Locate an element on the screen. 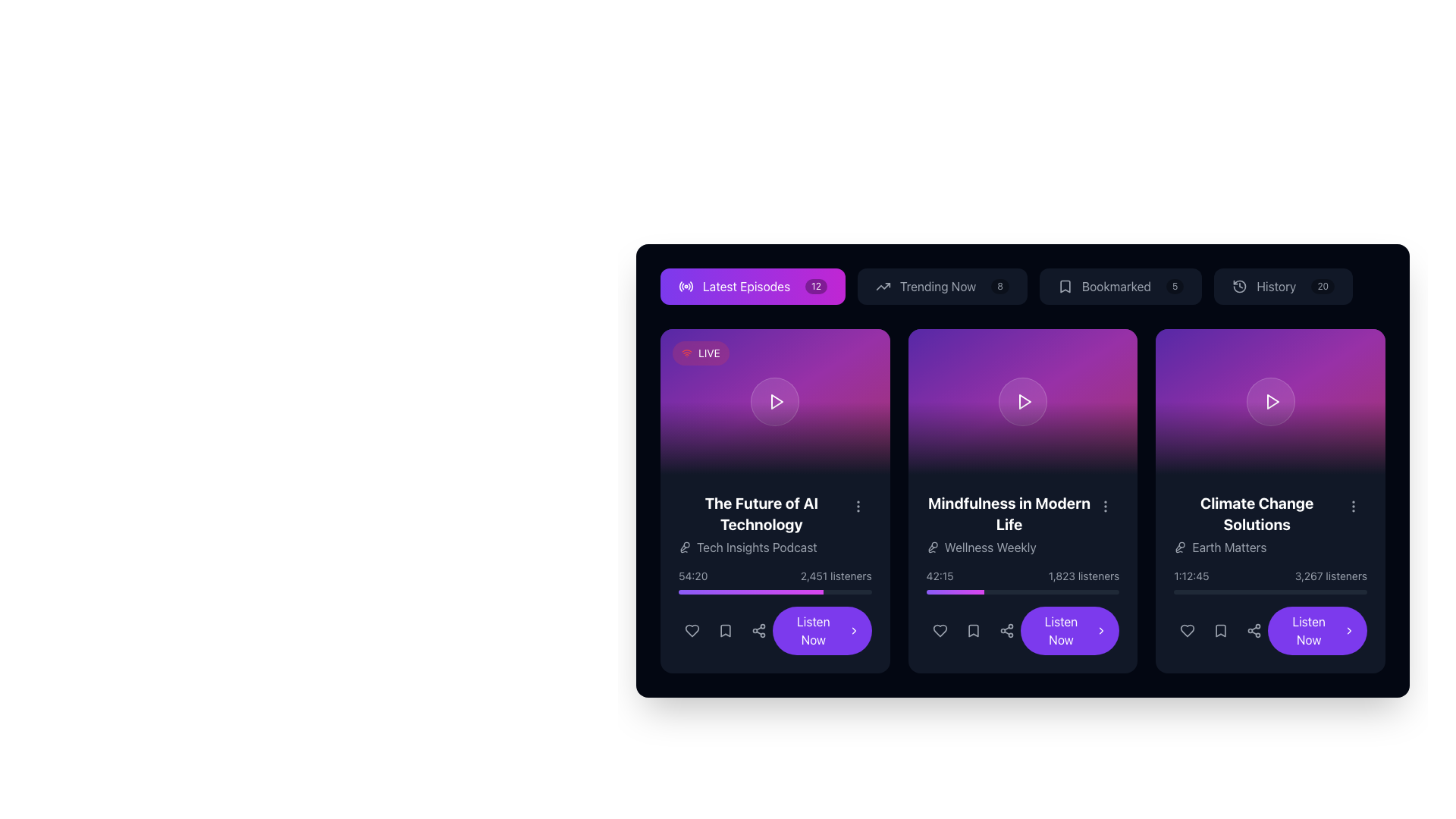  the share icon button located centrally between the heart and bookmark icons in the control panel below the 'Mindfulness in Modern Life' podcast card is located at coordinates (1006, 631).